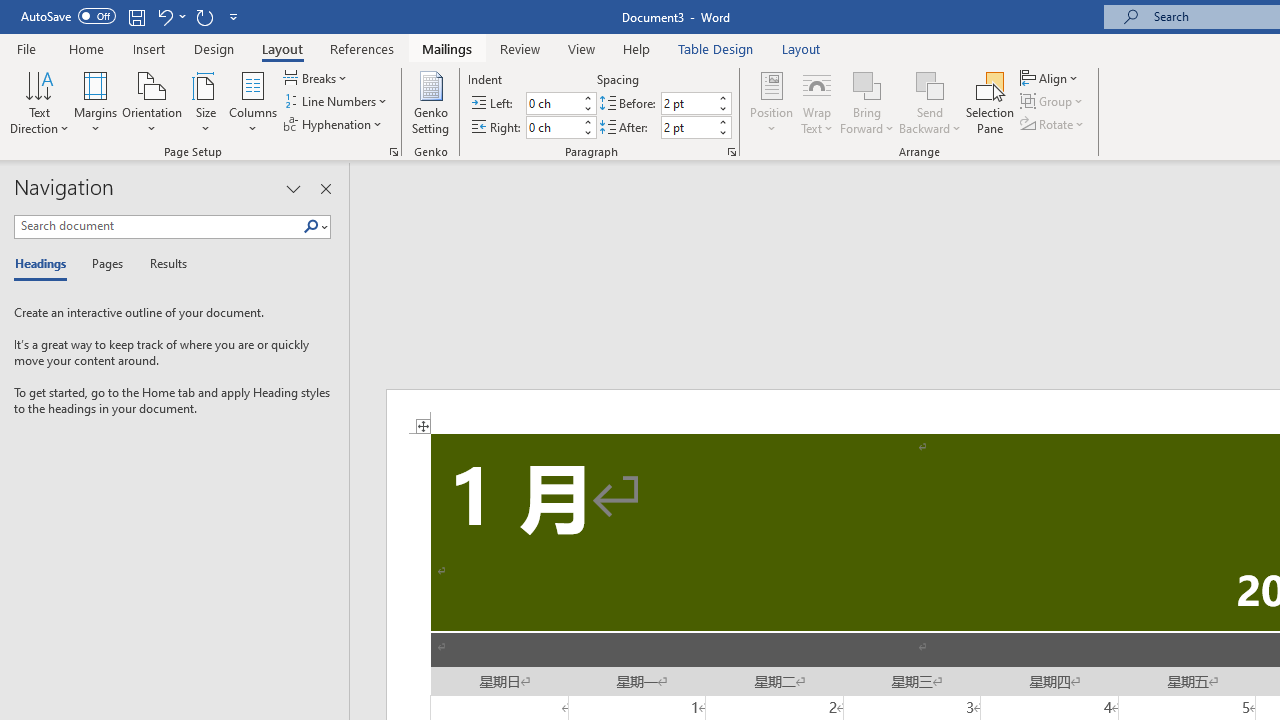 Image resolution: width=1280 pixels, height=720 pixels. Describe the element at coordinates (151, 103) in the screenshot. I see `'Orientation'` at that location.